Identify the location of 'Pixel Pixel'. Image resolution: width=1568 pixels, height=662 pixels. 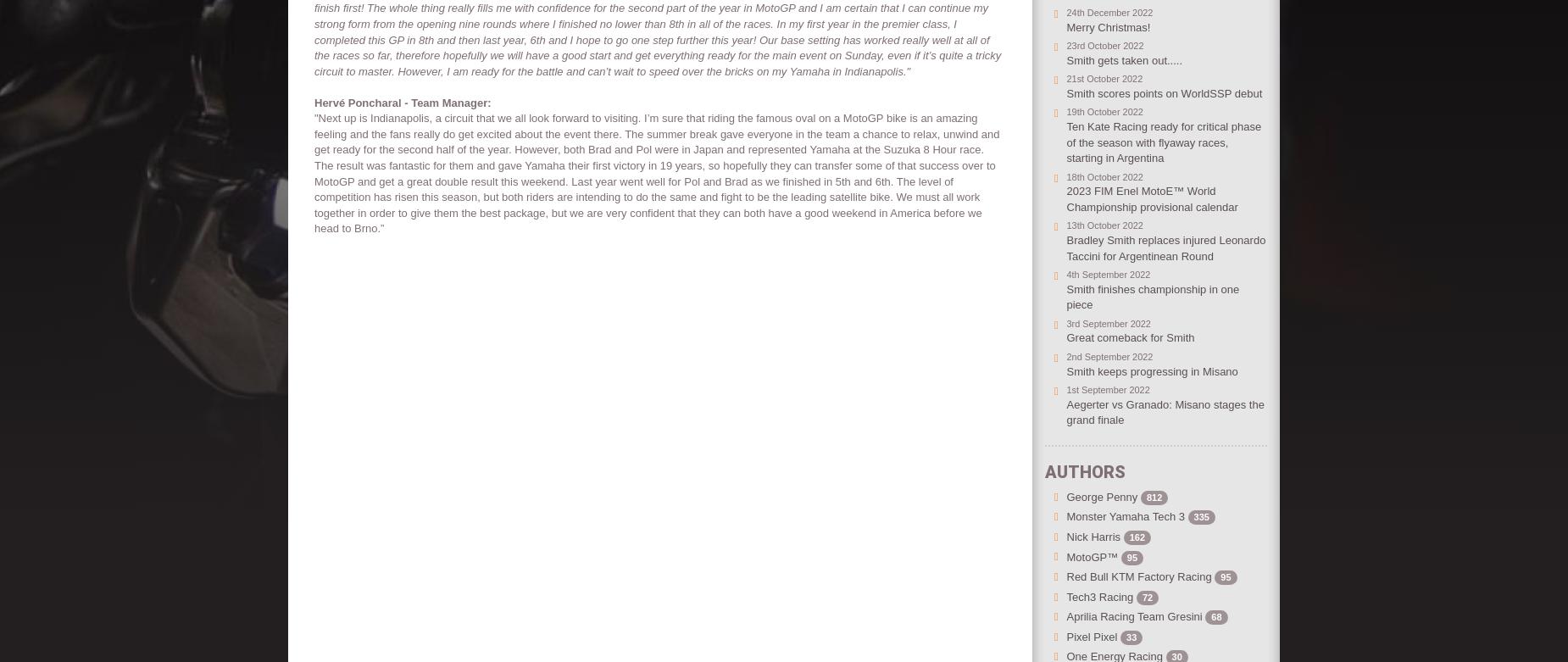
(1093, 635).